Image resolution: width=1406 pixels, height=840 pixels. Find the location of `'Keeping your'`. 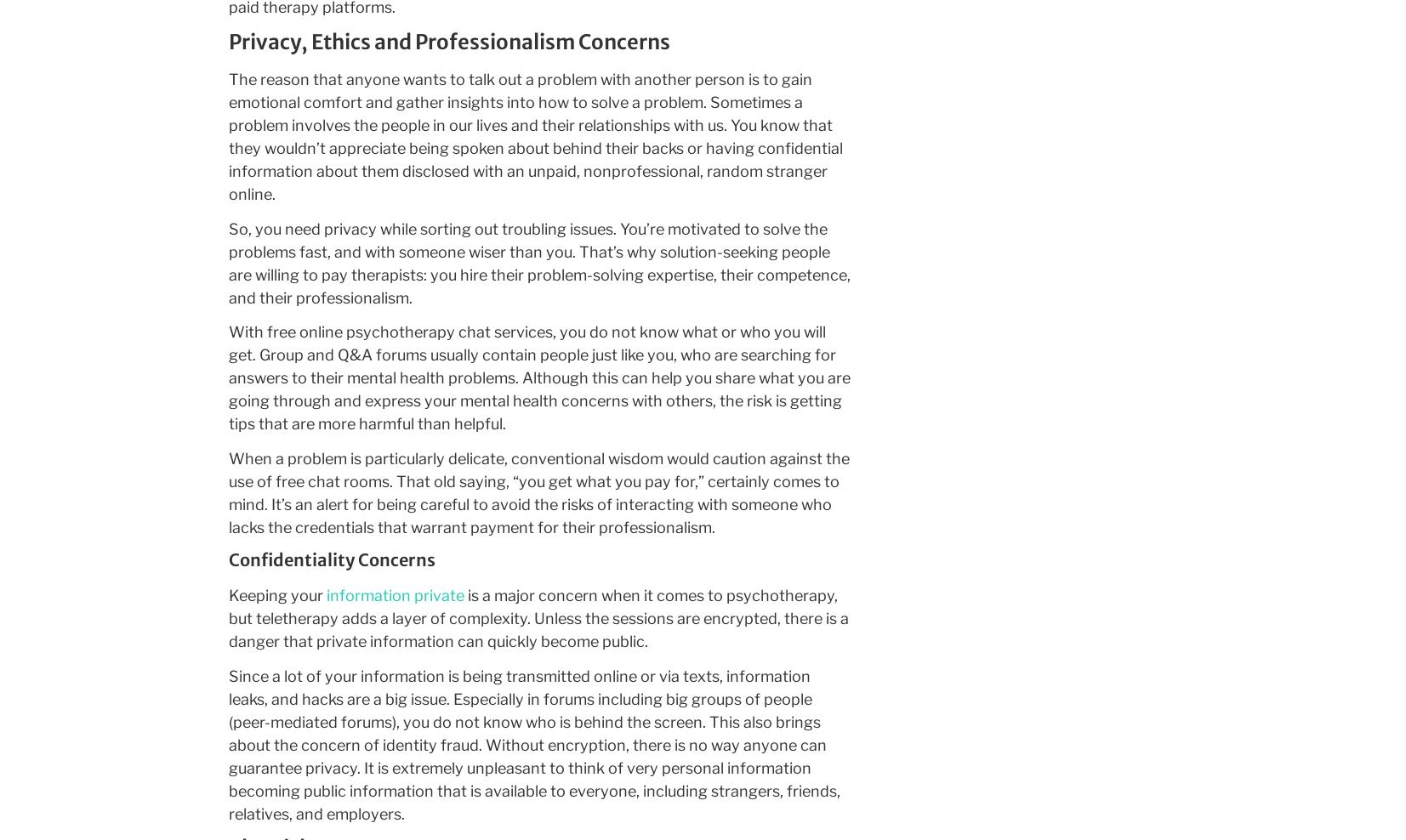

'Keeping your' is located at coordinates (226, 595).